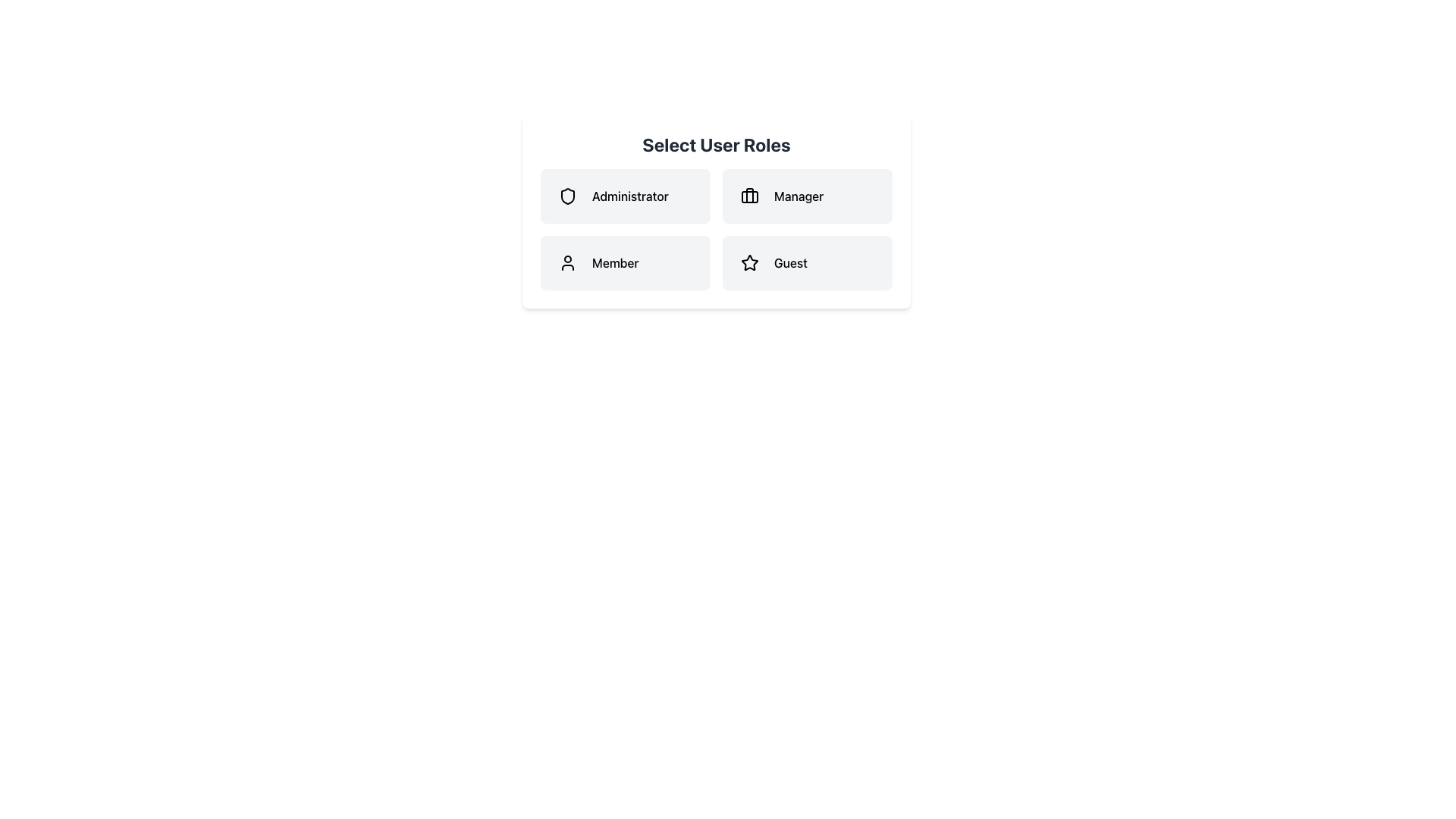  What do you see at coordinates (566, 195) in the screenshot?
I see `the shield icon representing the 'Administrator' role option located in the top-left region of the user roles grid` at bounding box center [566, 195].